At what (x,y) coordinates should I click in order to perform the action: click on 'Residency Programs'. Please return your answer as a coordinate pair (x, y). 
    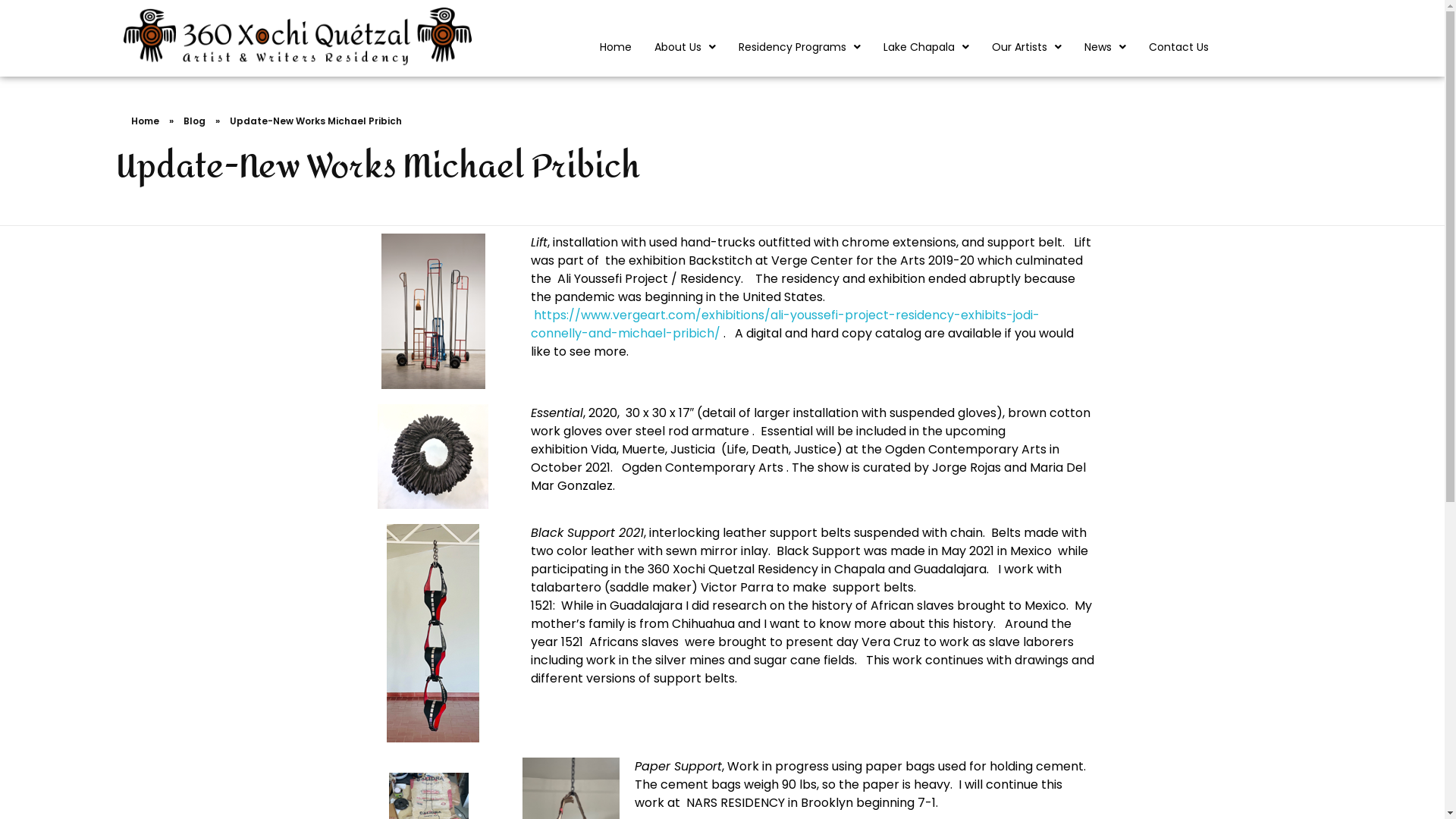
    Looking at the image, I should click on (799, 45).